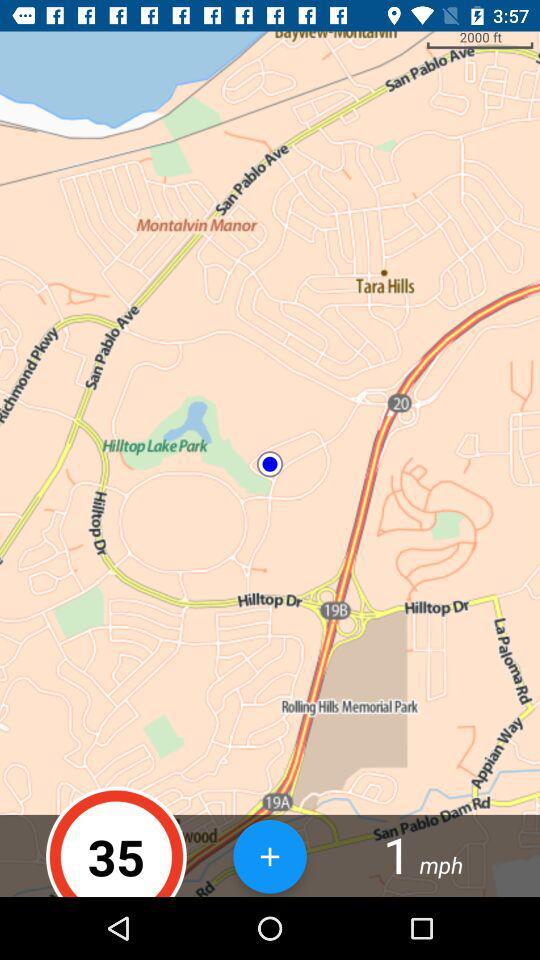 This screenshot has width=540, height=960. I want to click on the item next to the 35 item, so click(270, 855).